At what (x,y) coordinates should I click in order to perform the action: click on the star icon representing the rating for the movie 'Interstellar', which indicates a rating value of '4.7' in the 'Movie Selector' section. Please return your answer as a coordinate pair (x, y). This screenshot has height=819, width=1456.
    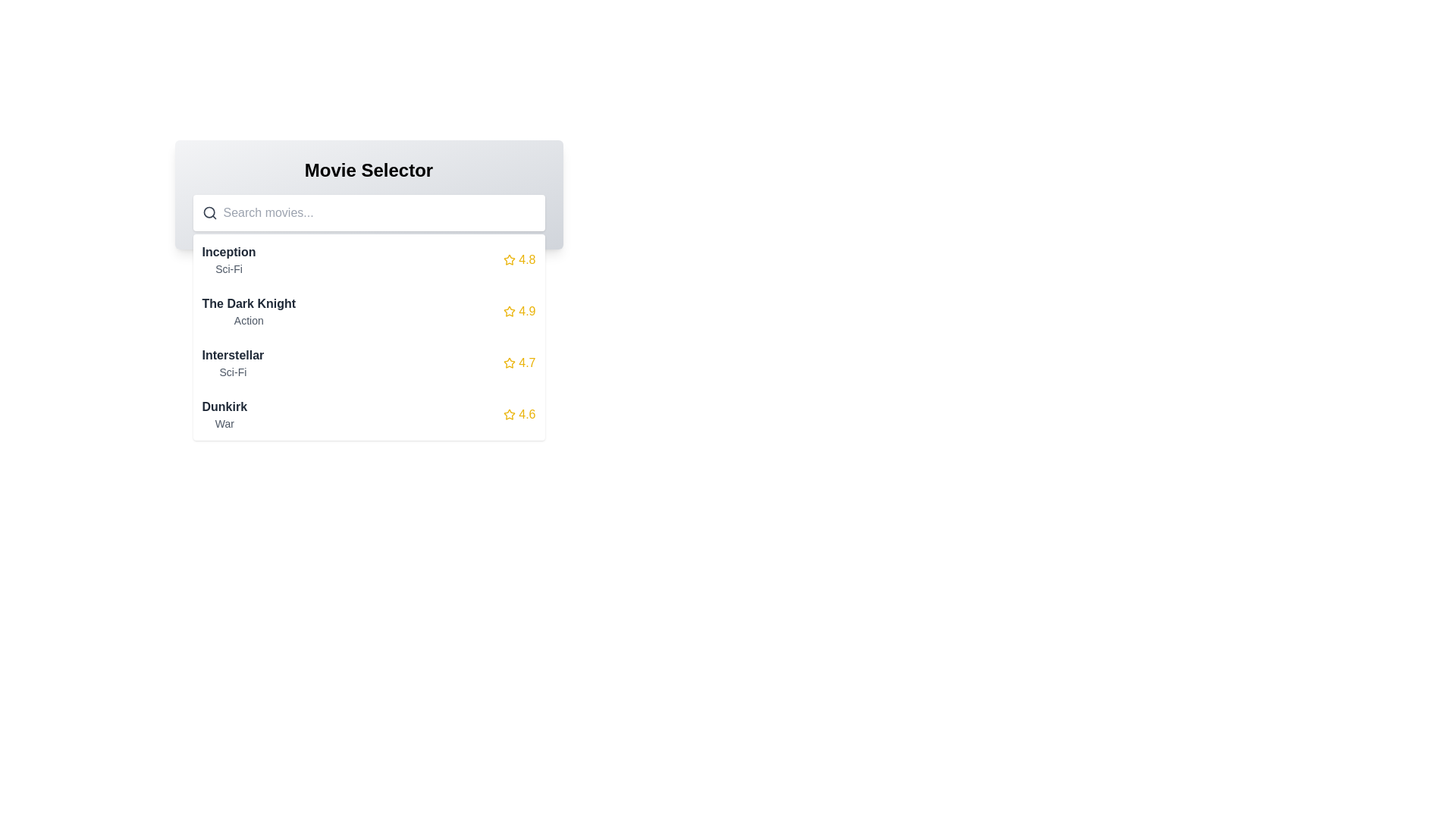
    Looking at the image, I should click on (510, 362).